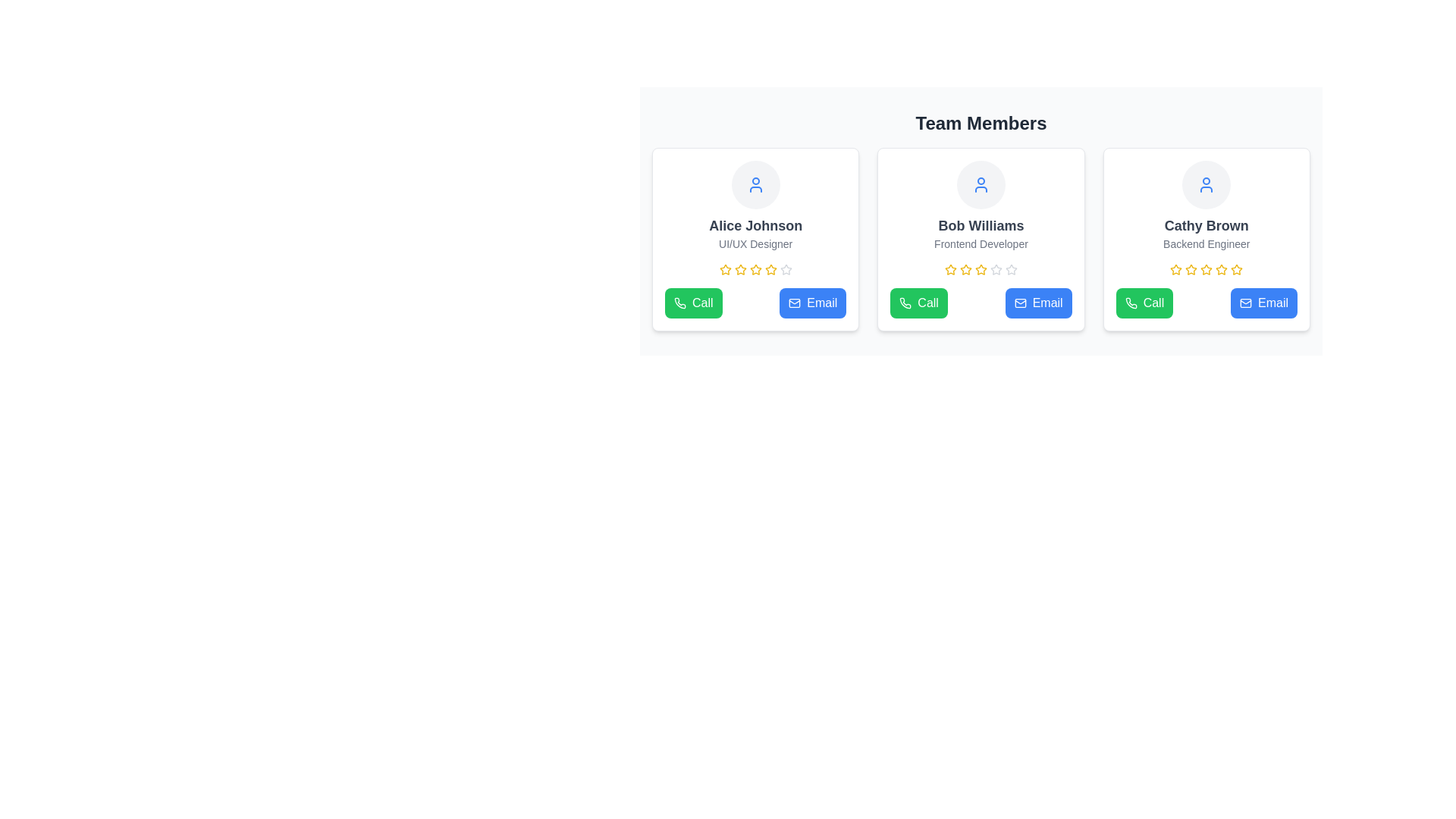 Image resolution: width=1456 pixels, height=819 pixels. I want to click on the first yellow star icon in the rating system below the profile card of 'Alice Johnson', who is a UI/UX Designer, so click(724, 268).